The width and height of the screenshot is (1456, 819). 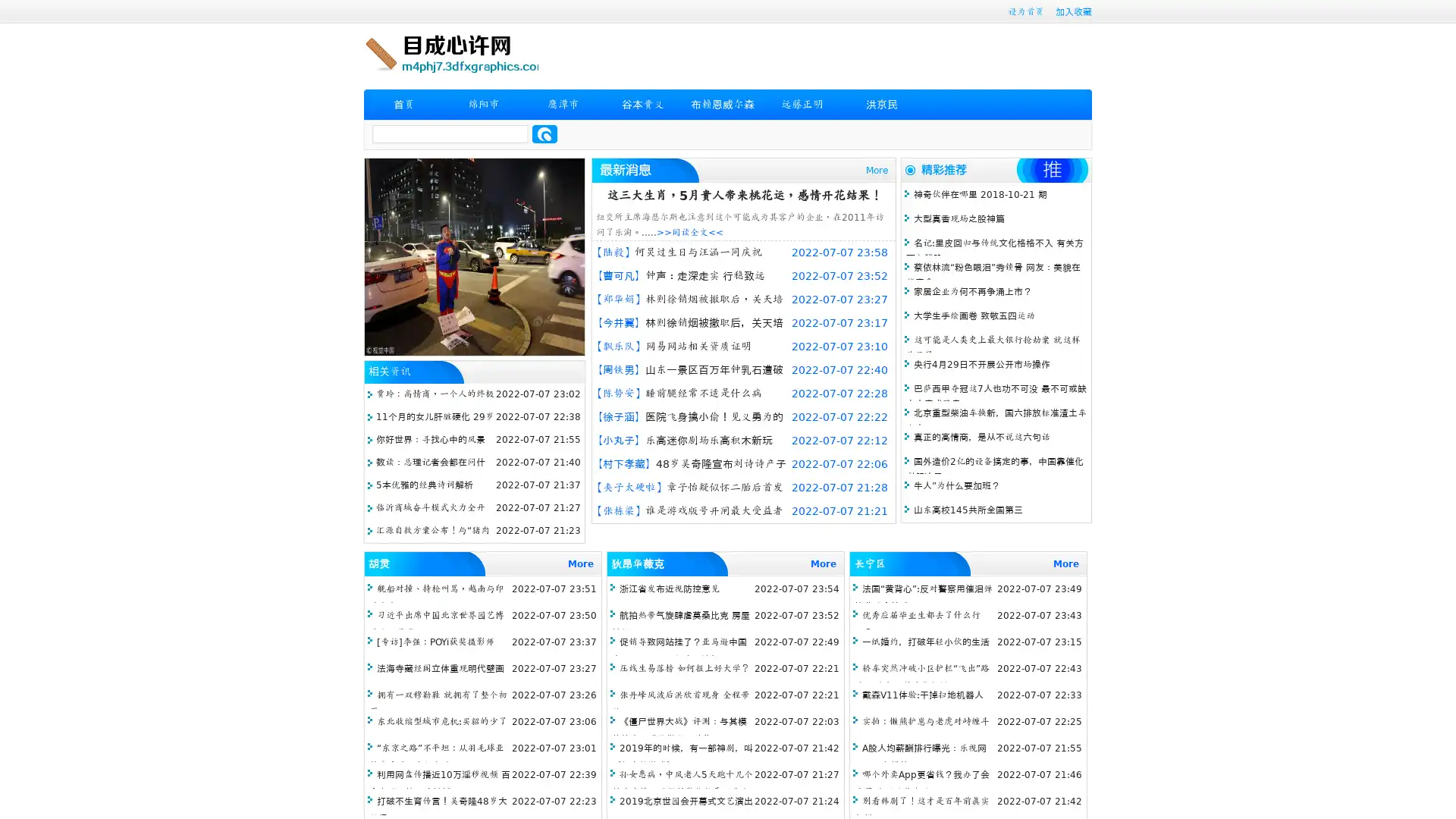 What do you see at coordinates (544, 133) in the screenshot?
I see `Search` at bounding box center [544, 133].